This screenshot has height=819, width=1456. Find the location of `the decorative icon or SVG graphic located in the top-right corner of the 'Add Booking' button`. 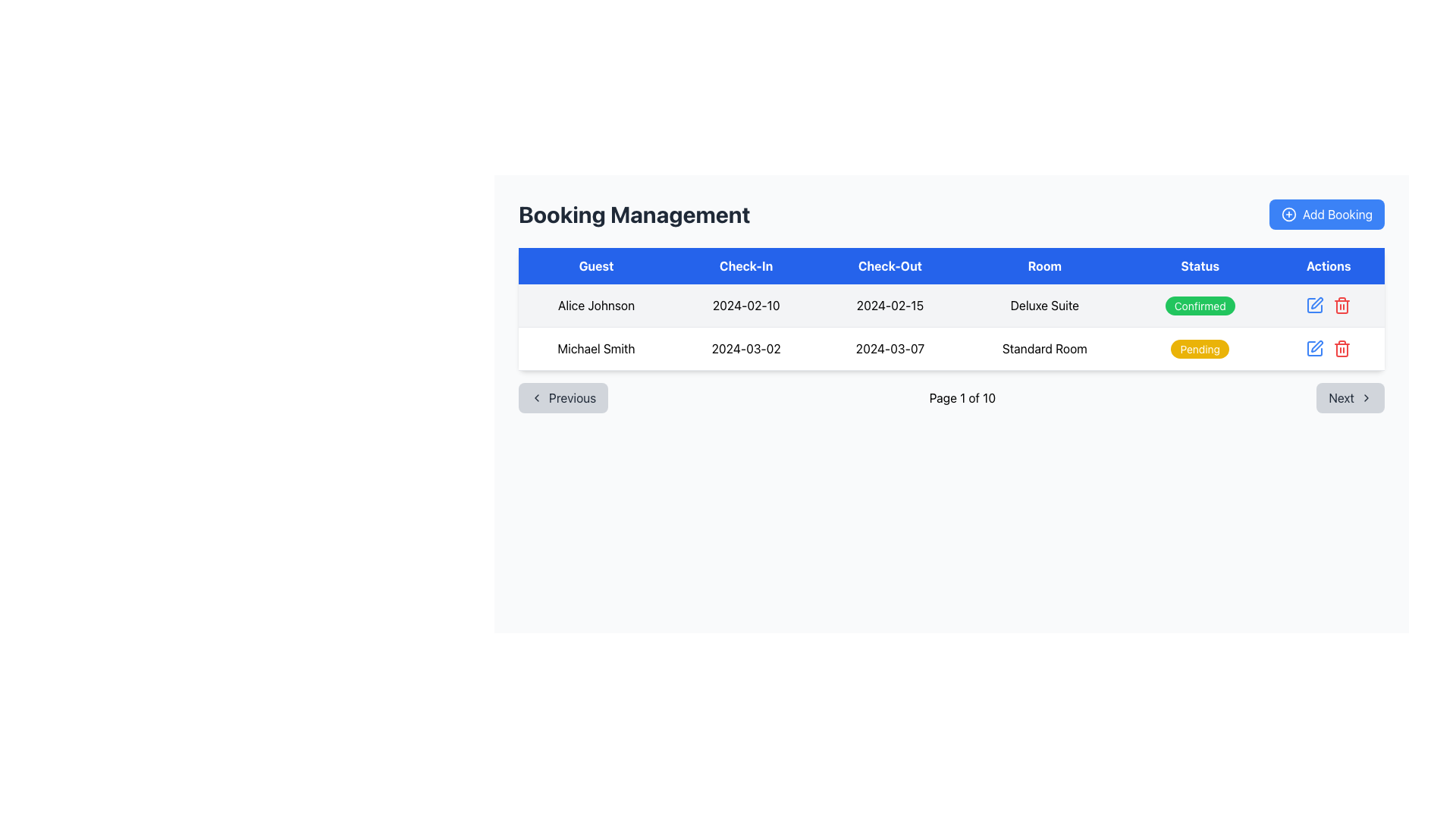

the decorative icon or SVG graphic located in the top-right corner of the 'Add Booking' button is located at coordinates (1288, 214).